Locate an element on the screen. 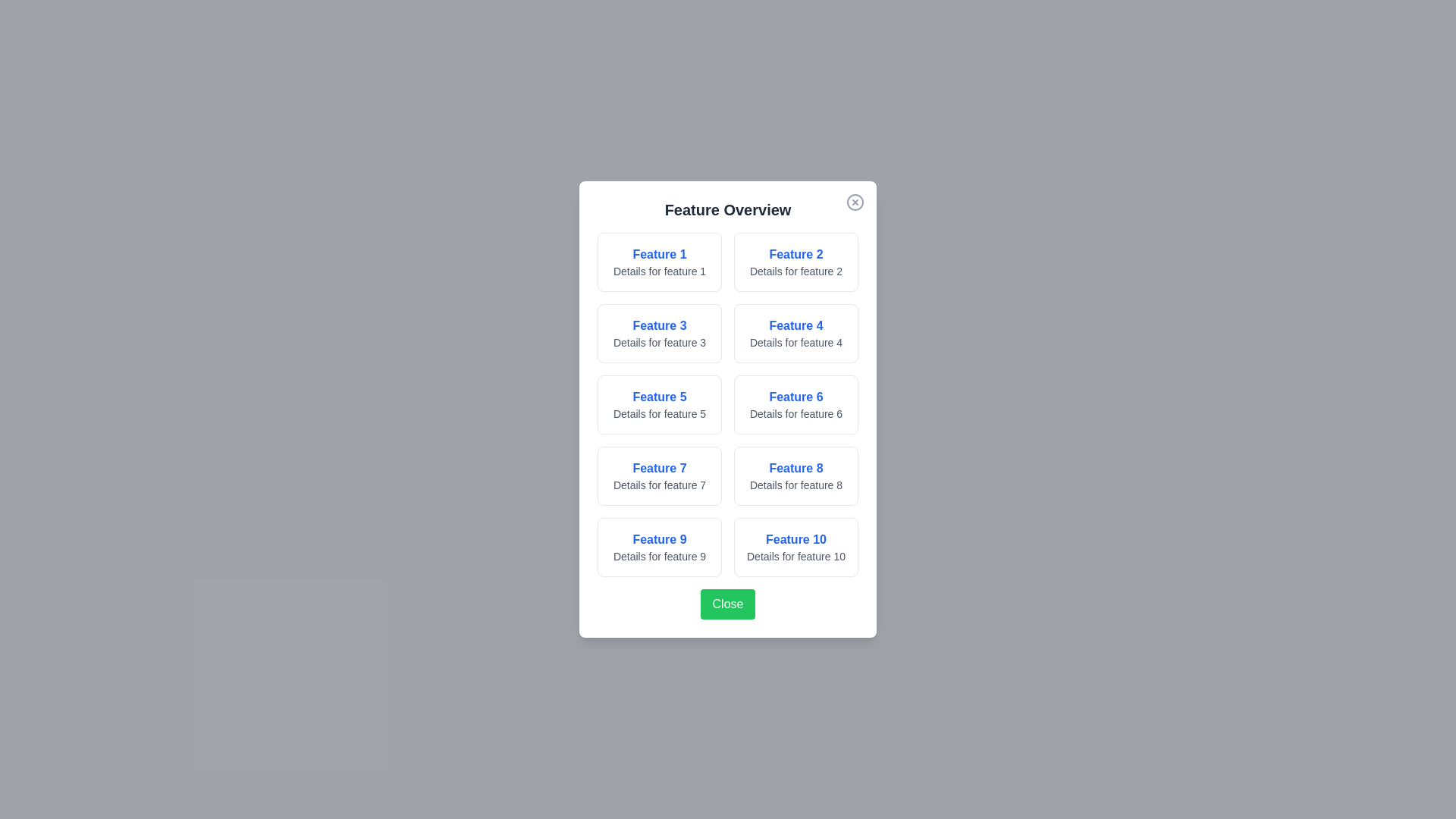  close icon to dismiss the dialog is located at coordinates (855, 201).